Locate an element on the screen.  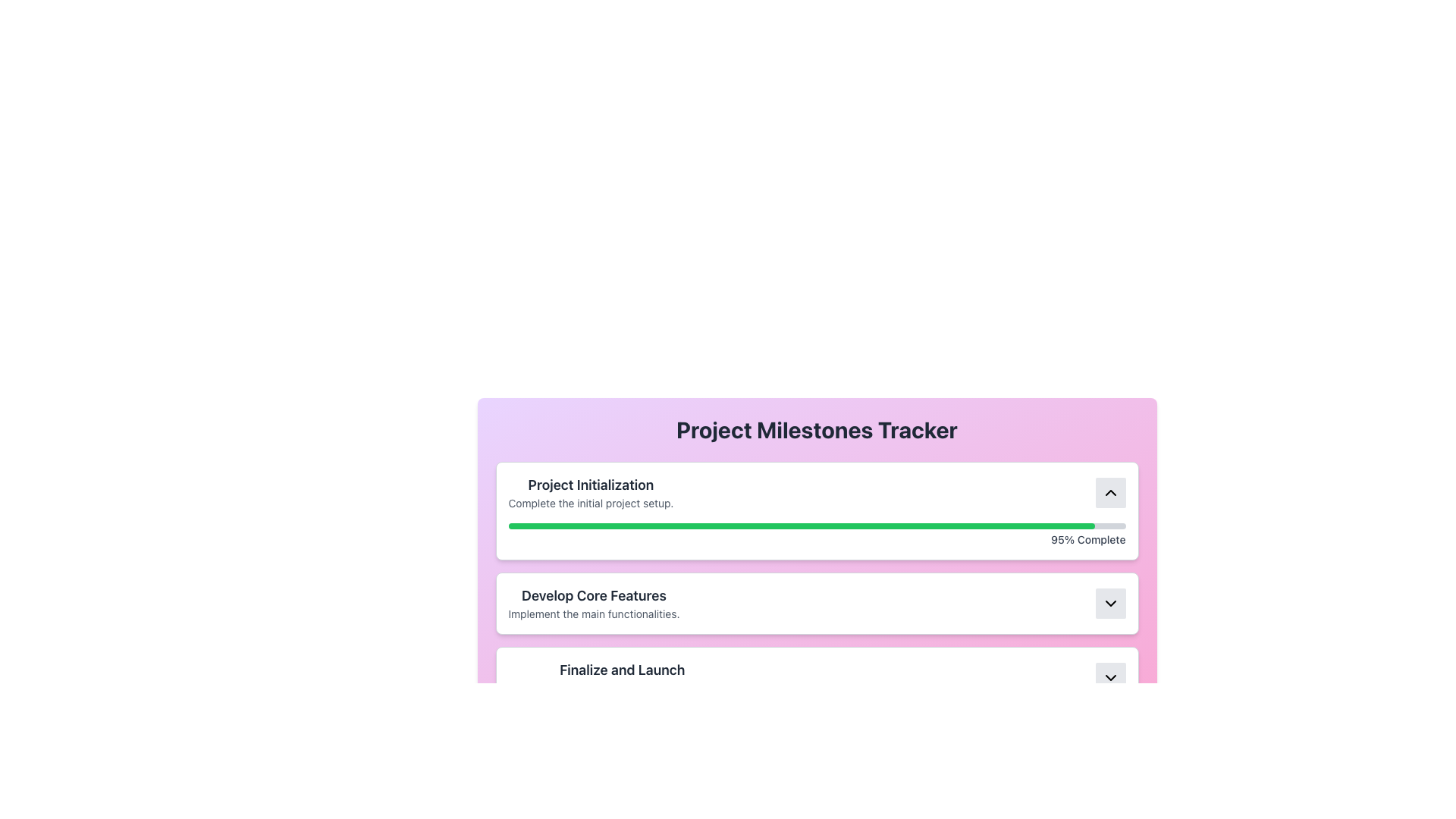
title 'Project Initialization' from the Text Display at the top of the 'Project Milestones Tracker' list is located at coordinates (590, 493).